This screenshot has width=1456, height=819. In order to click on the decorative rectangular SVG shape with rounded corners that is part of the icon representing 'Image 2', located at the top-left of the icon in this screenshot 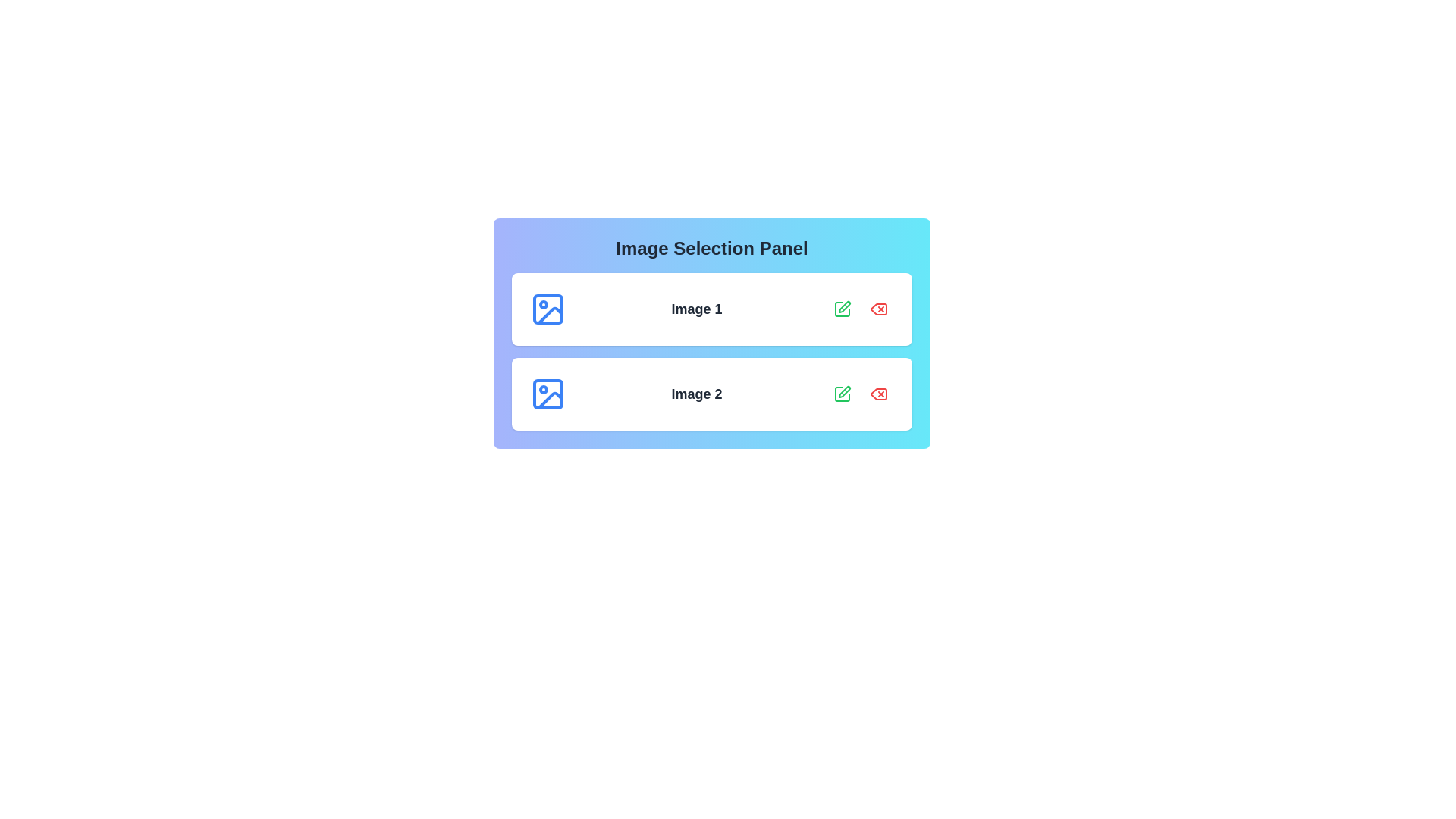, I will do `click(548, 394)`.